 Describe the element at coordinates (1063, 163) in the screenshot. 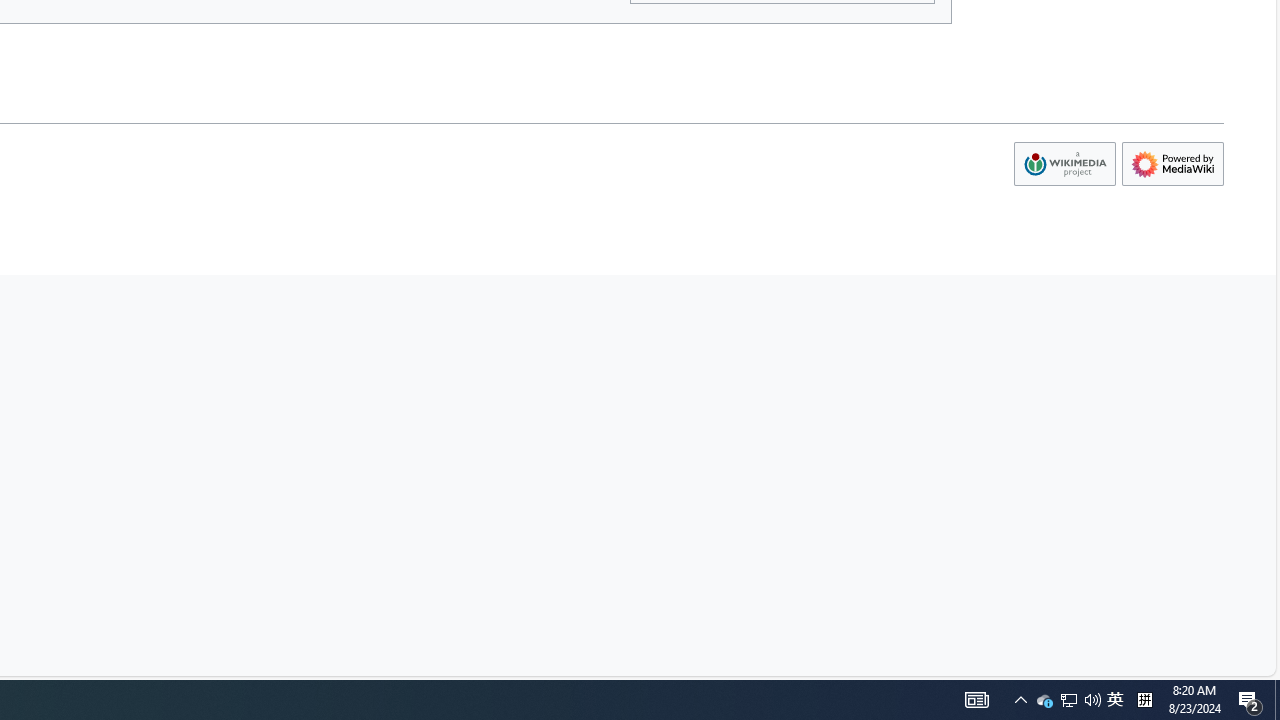

I see `'Wikimedia Foundation'` at that location.